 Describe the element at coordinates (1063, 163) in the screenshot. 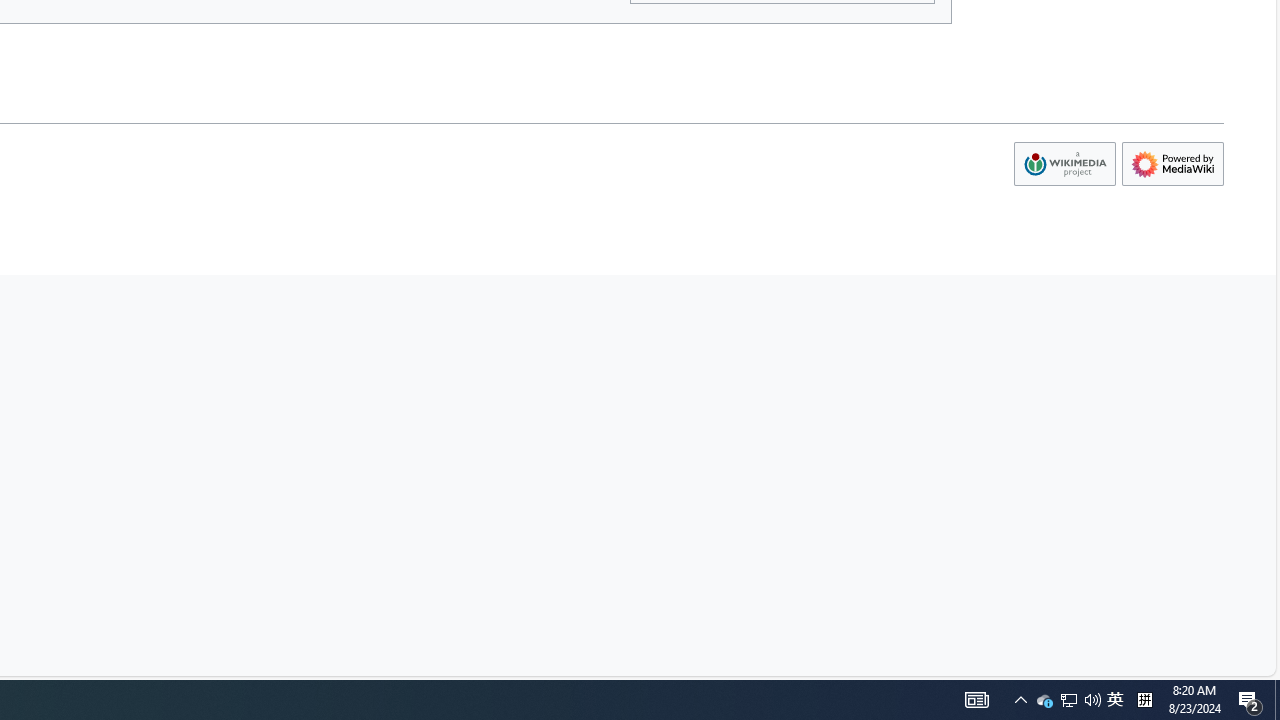

I see `'Wikimedia Foundation'` at that location.